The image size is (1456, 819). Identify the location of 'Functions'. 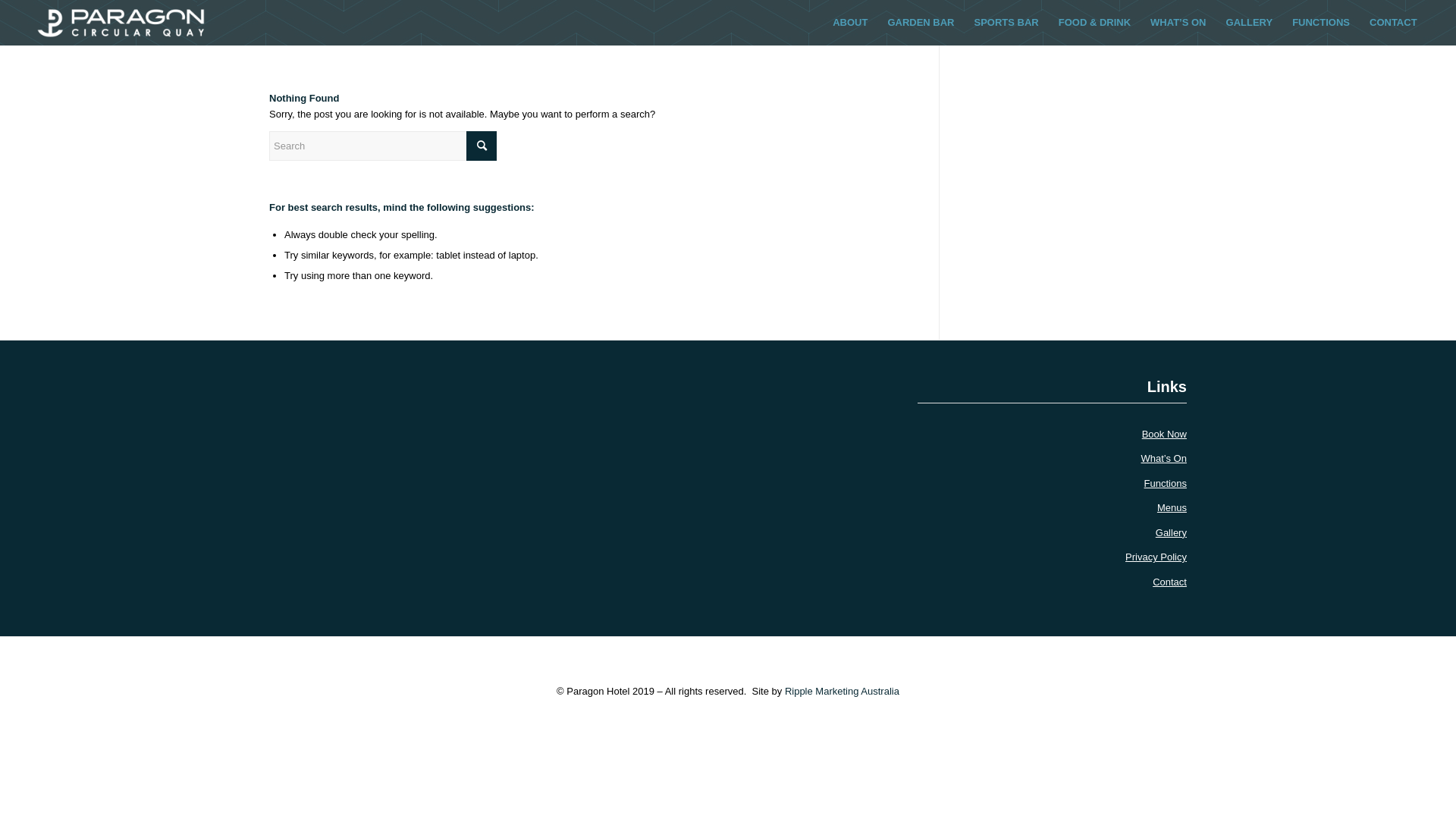
(1144, 483).